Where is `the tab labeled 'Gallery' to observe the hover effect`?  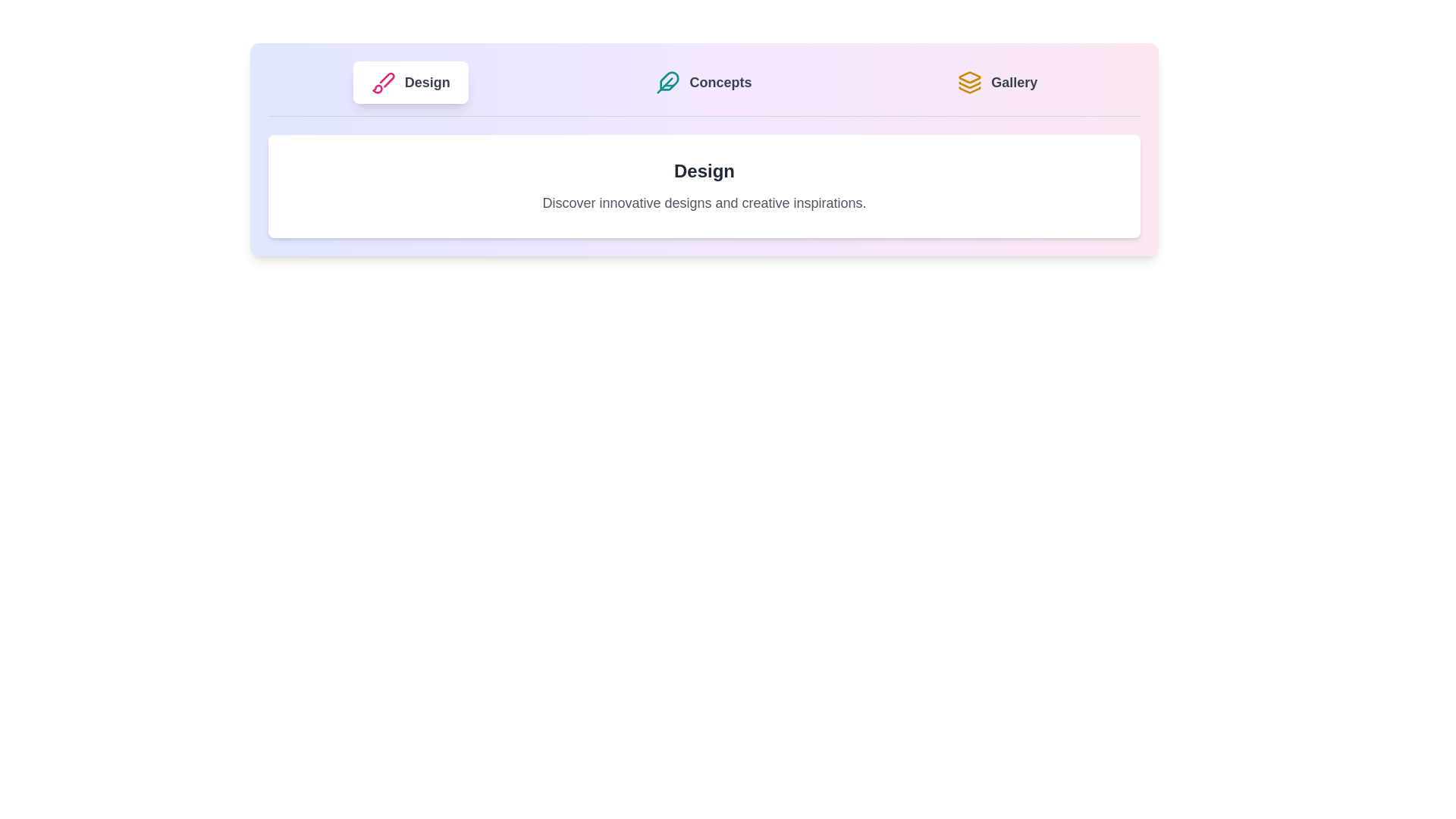 the tab labeled 'Gallery' to observe the hover effect is located at coordinates (997, 82).